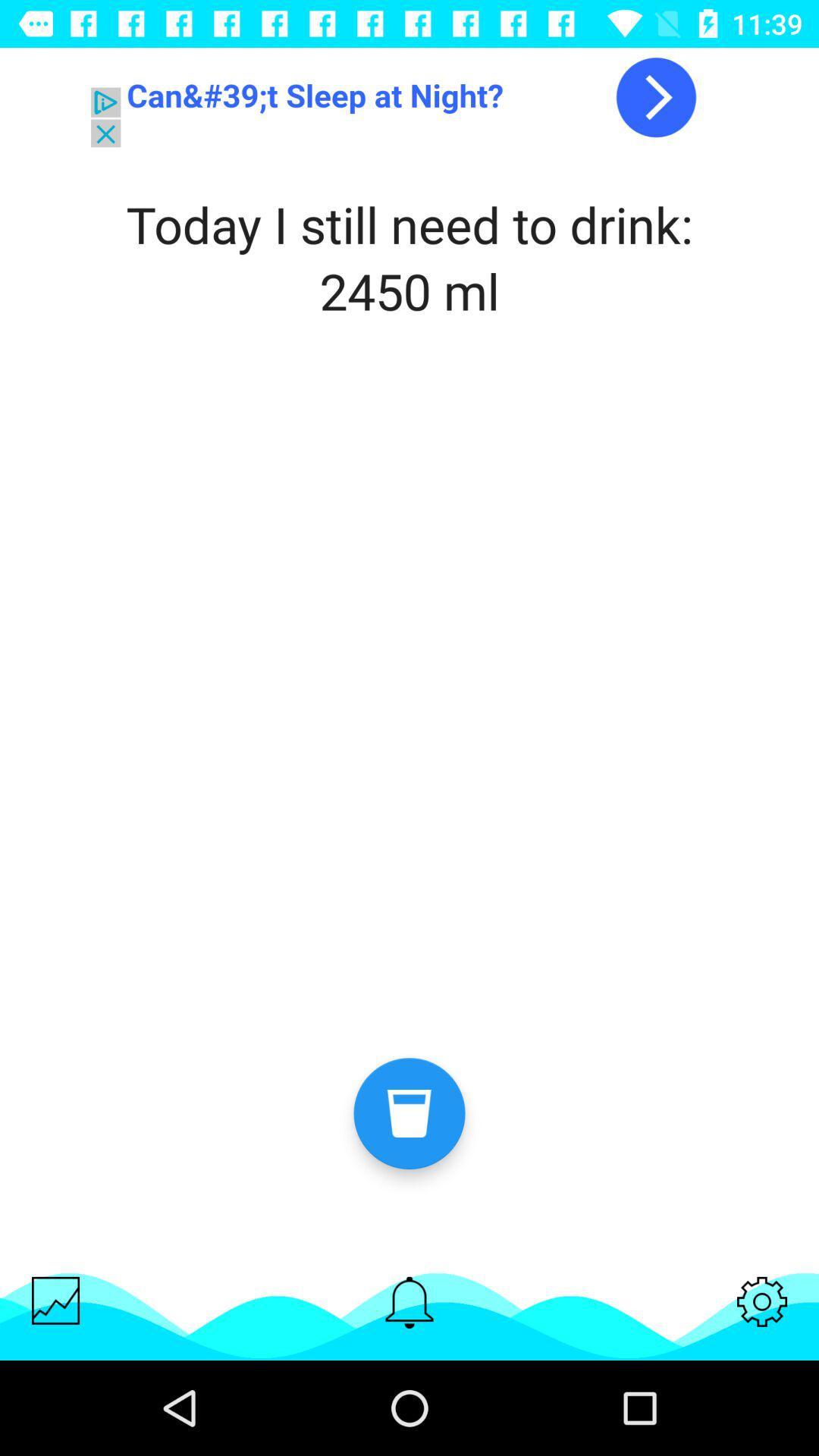  Describe the element at coordinates (55, 1300) in the screenshot. I see `charts` at that location.